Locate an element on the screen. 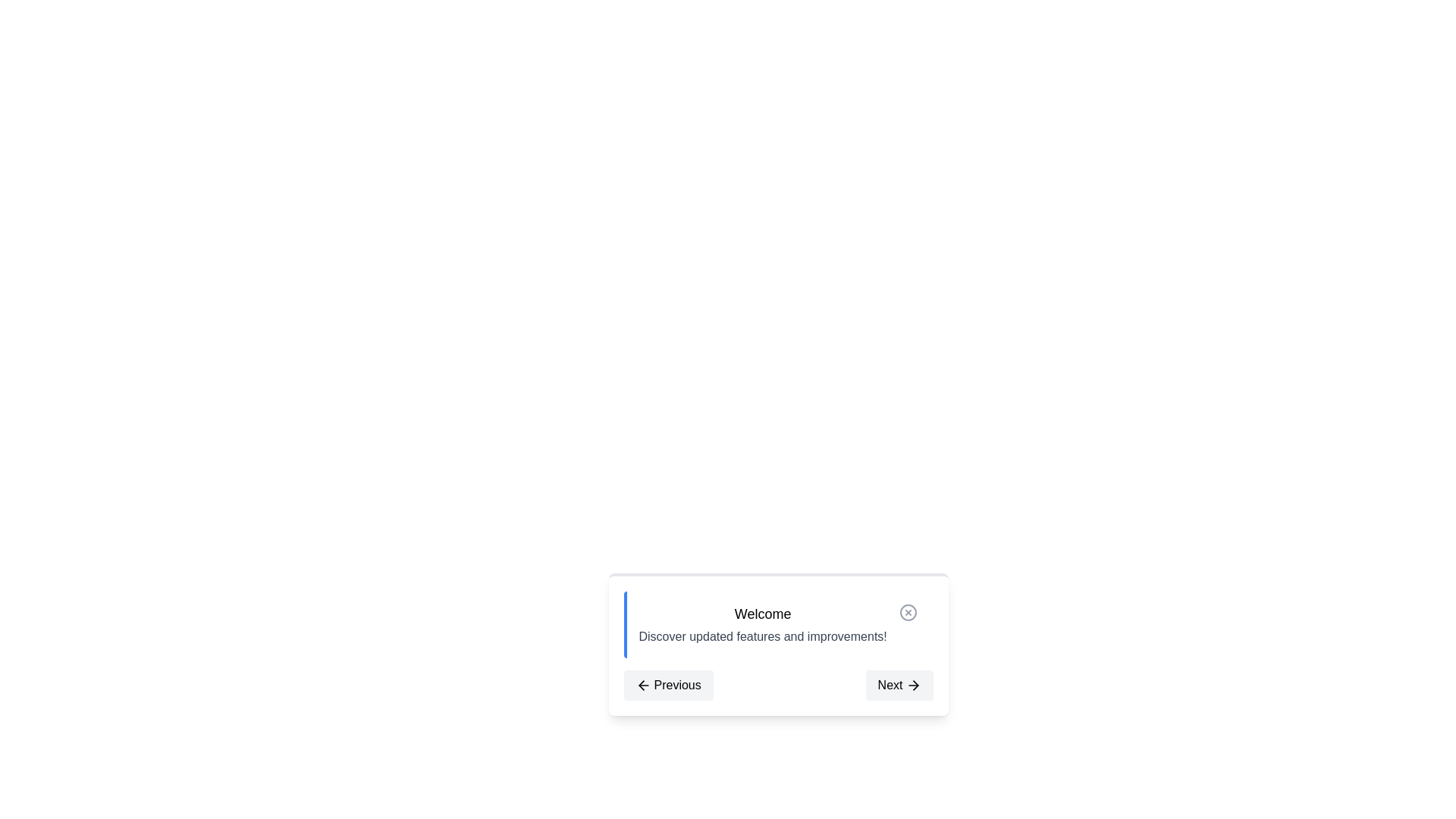 This screenshot has width=1456, height=819. the navigation button located at the bottom-left corner of the interface to move to the previous item in the sequence is located at coordinates (667, 685).